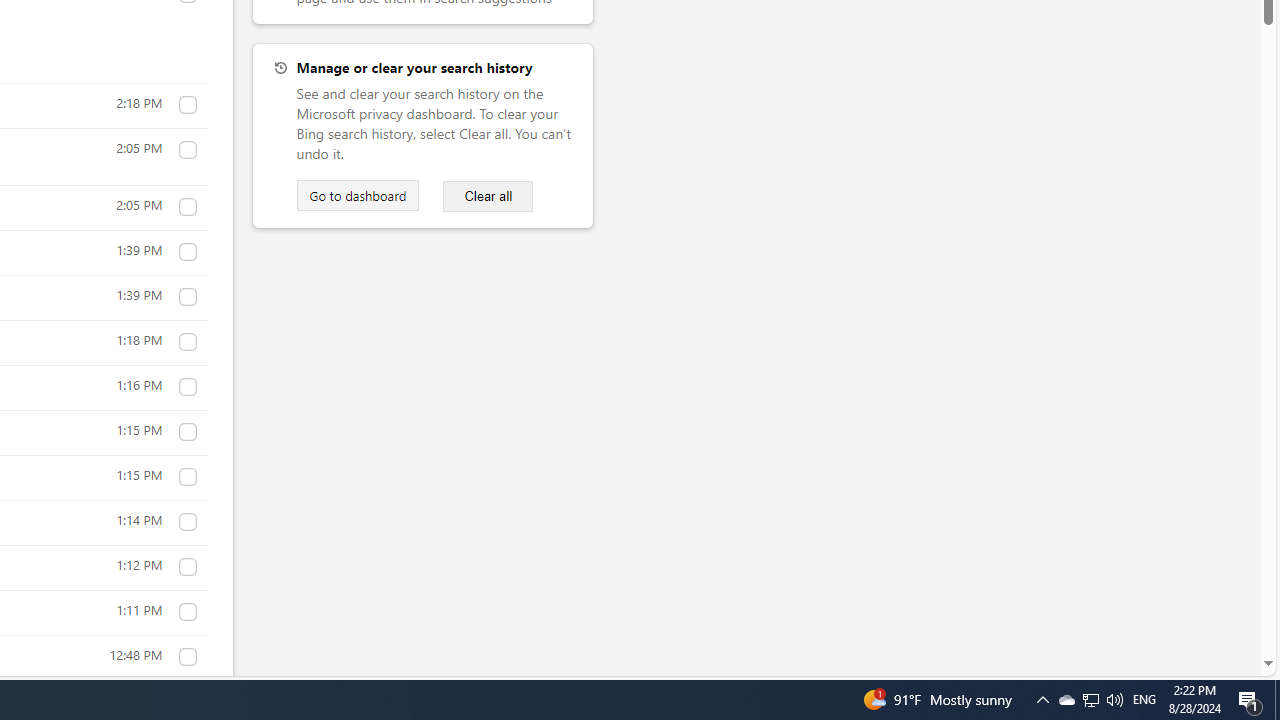 The width and height of the screenshot is (1280, 720). What do you see at coordinates (187, 657) in the screenshot?
I see `'Collectibles & Fine Art | Sports | Jerseys'` at bounding box center [187, 657].